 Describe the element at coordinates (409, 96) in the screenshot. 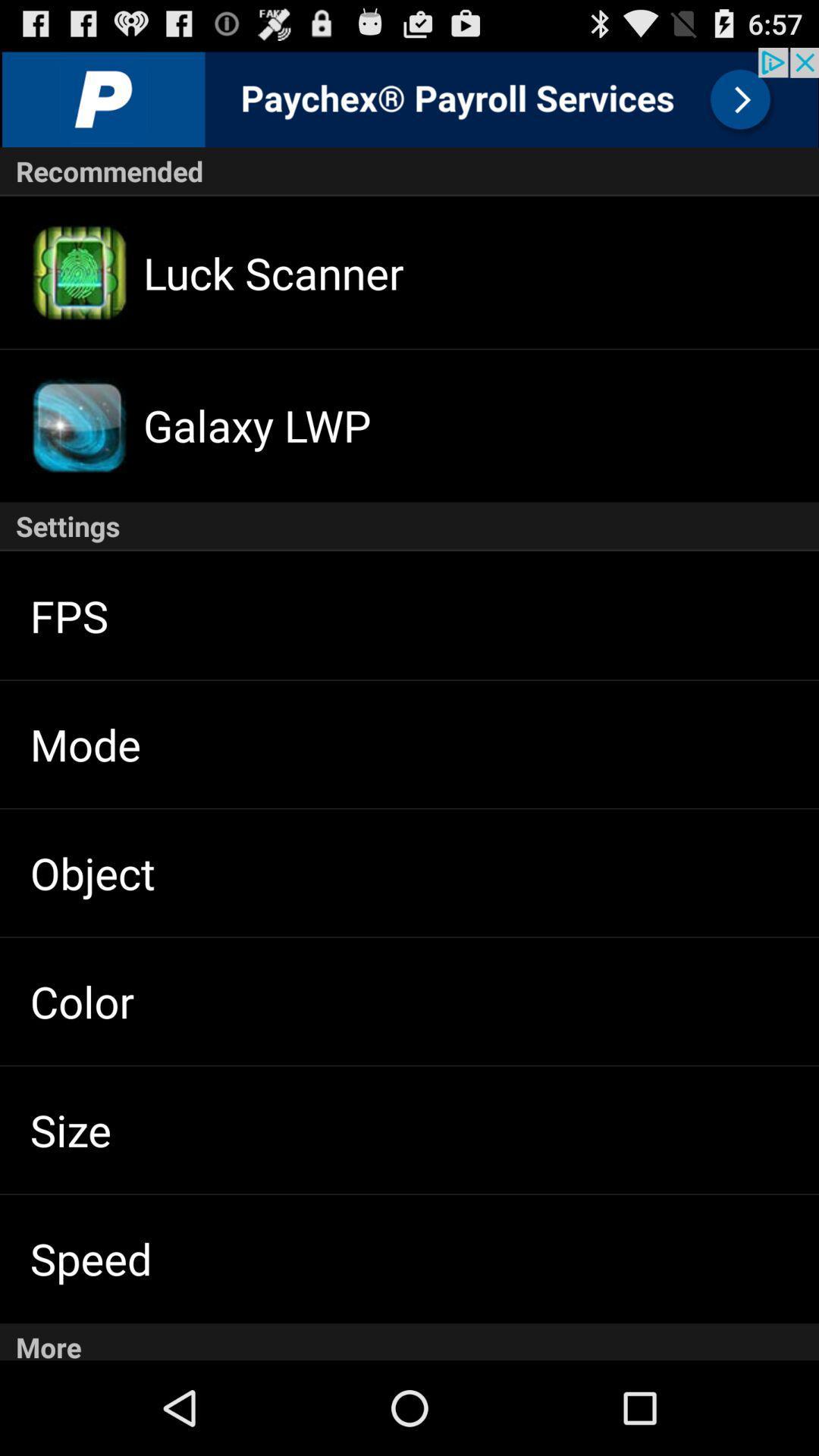

I see `open advertisement` at that location.